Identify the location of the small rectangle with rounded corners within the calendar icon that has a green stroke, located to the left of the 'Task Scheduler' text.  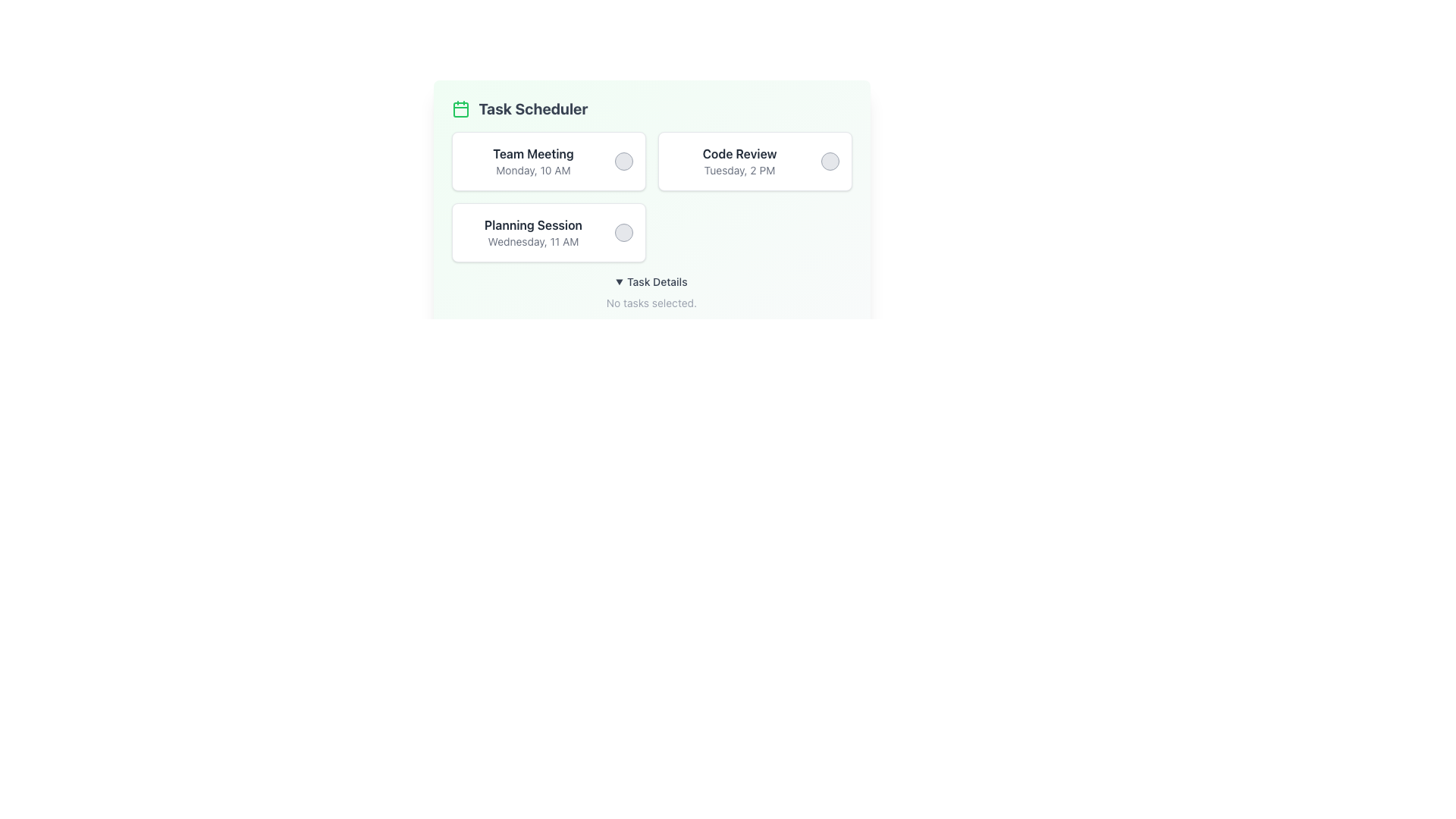
(460, 109).